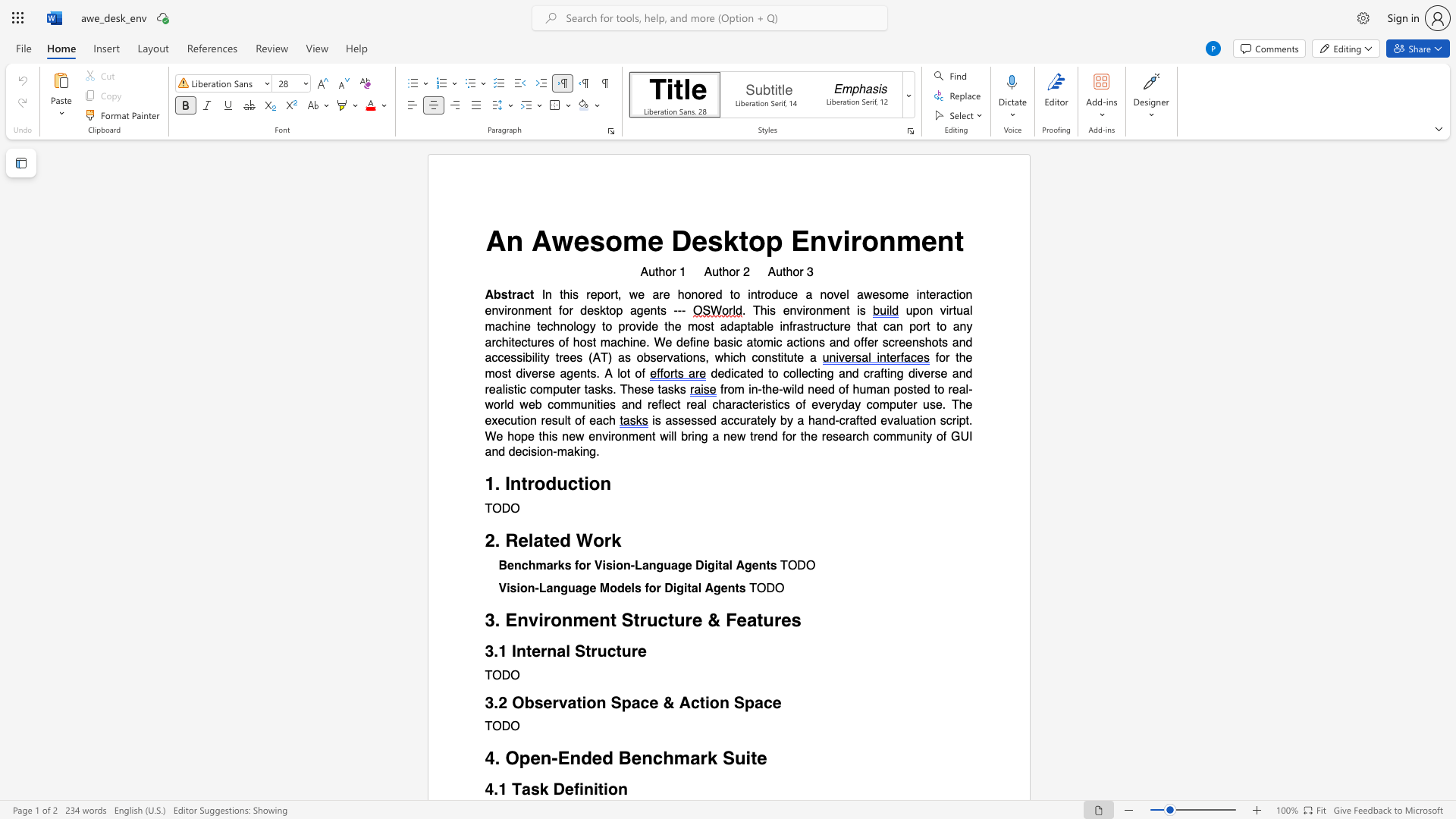 The image size is (1456, 819). What do you see at coordinates (758, 358) in the screenshot?
I see `the subset text "onst" within the text "constitute"` at bounding box center [758, 358].